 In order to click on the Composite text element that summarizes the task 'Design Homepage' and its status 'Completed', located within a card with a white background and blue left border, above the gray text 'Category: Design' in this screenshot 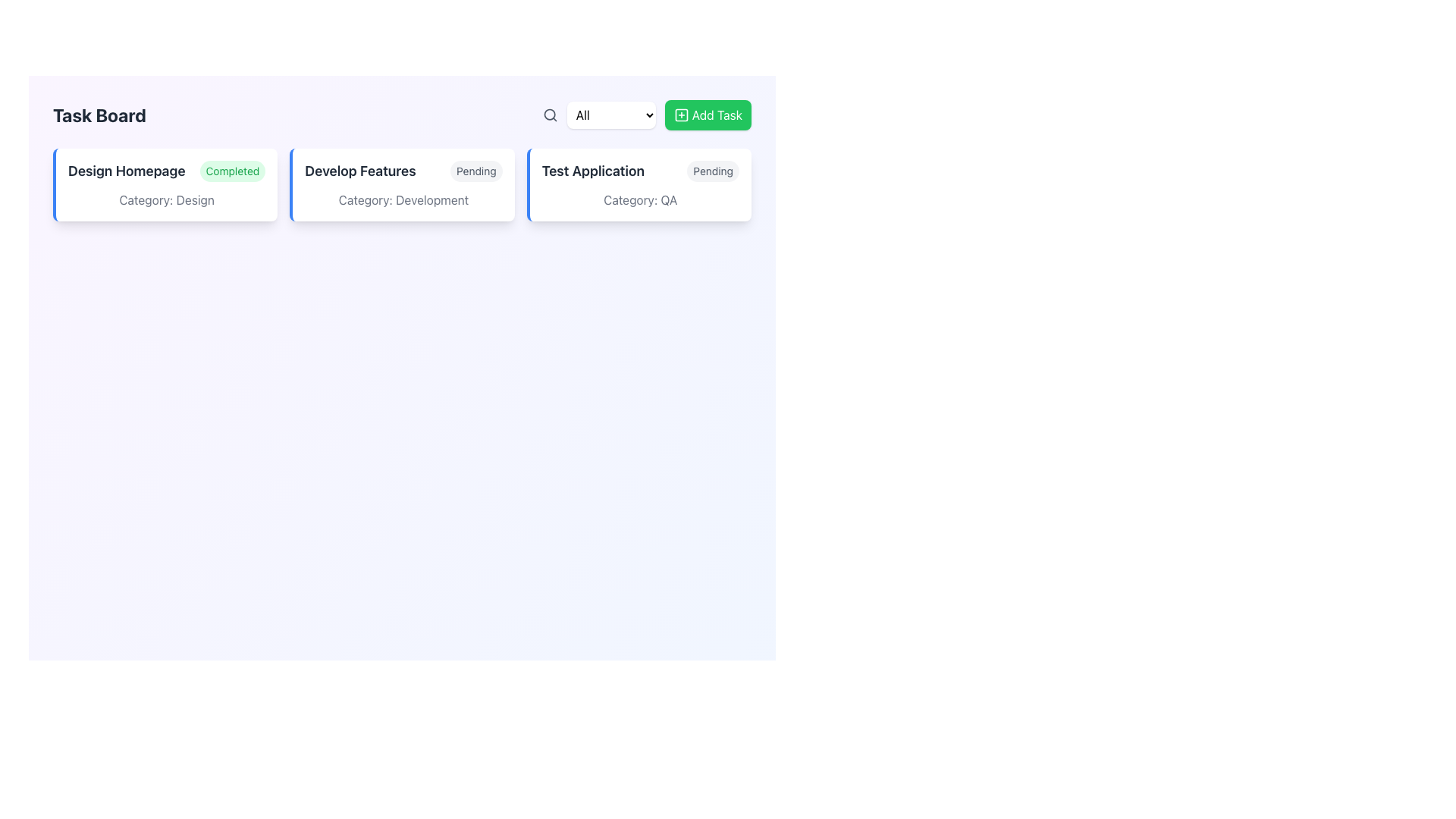, I will do `click(167, 171)`.